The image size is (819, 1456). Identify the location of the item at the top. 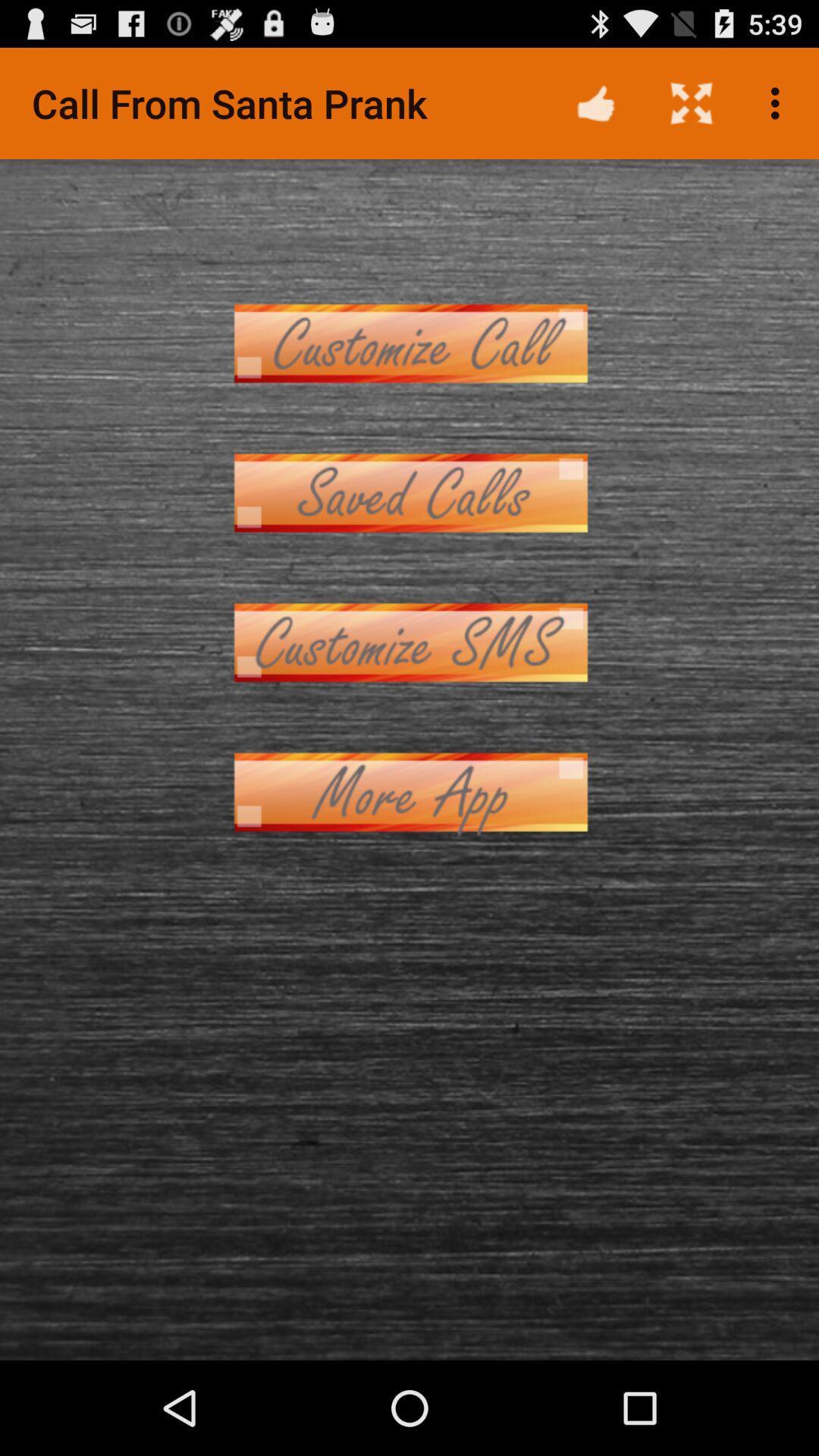
(409, 342).